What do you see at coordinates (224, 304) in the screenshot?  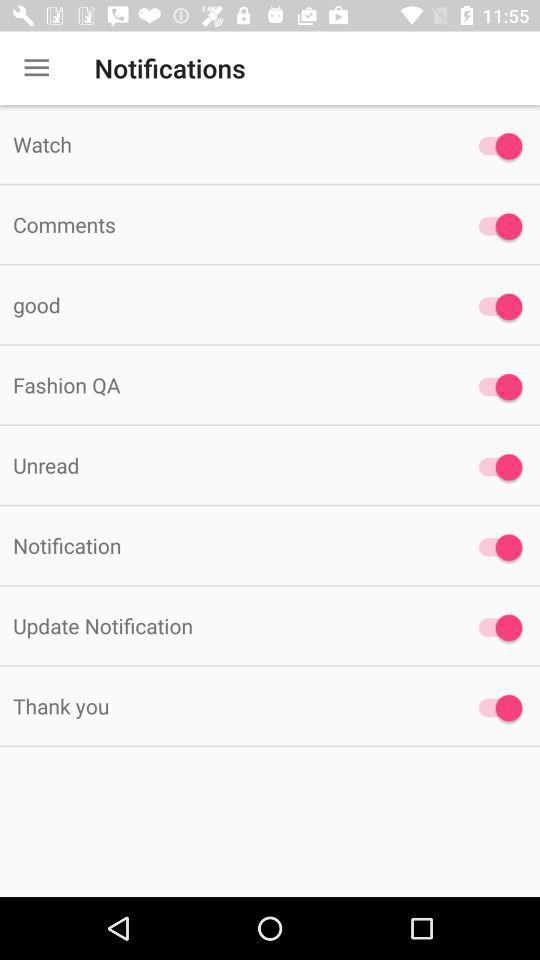 I see `the icon below comments icon` at bounding box center [224, 304].